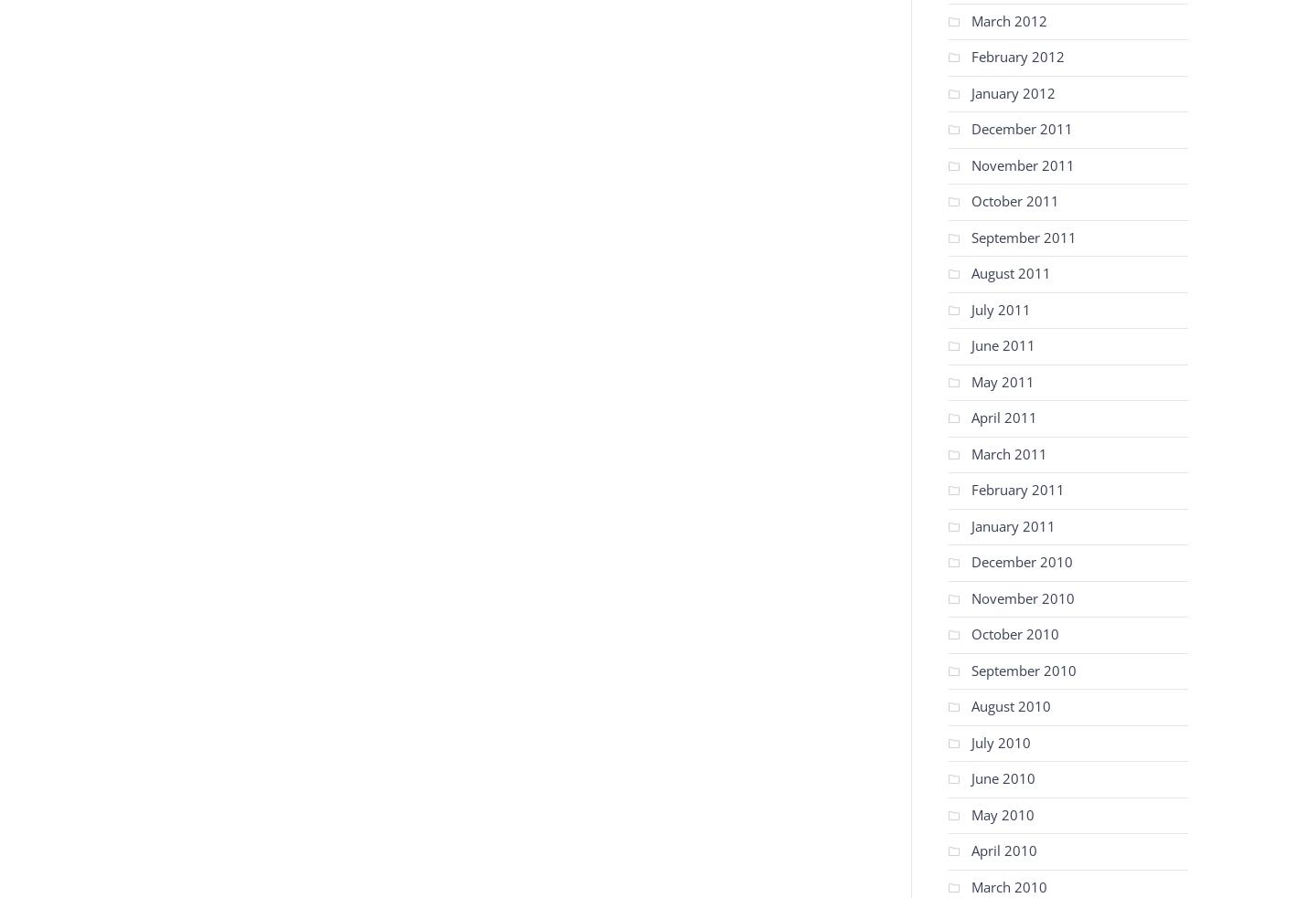  What do you see at coordinates (1010, 705) in the screenshot?
I see `'August 2010'` at bounding box center [1010, 705].